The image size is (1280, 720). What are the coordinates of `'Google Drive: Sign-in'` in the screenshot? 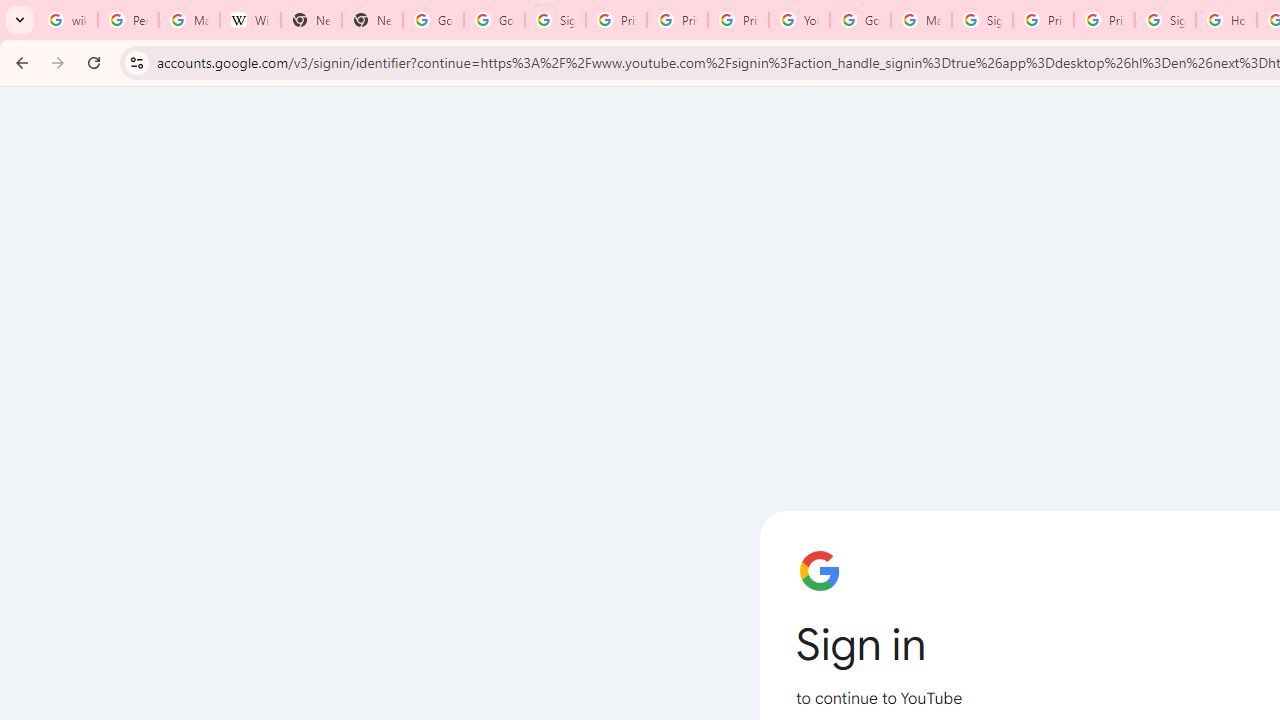 It's located at (494, 20).